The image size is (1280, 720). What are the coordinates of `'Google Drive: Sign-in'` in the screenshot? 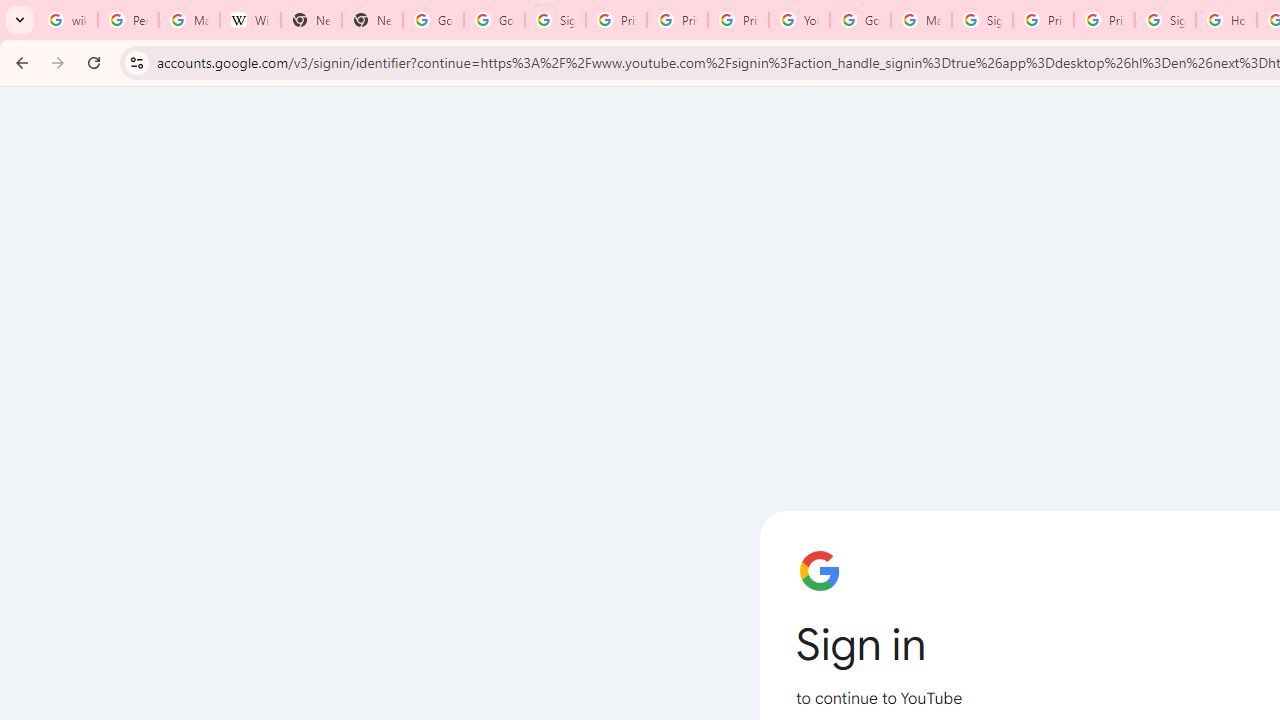 It's located at (494, 20).